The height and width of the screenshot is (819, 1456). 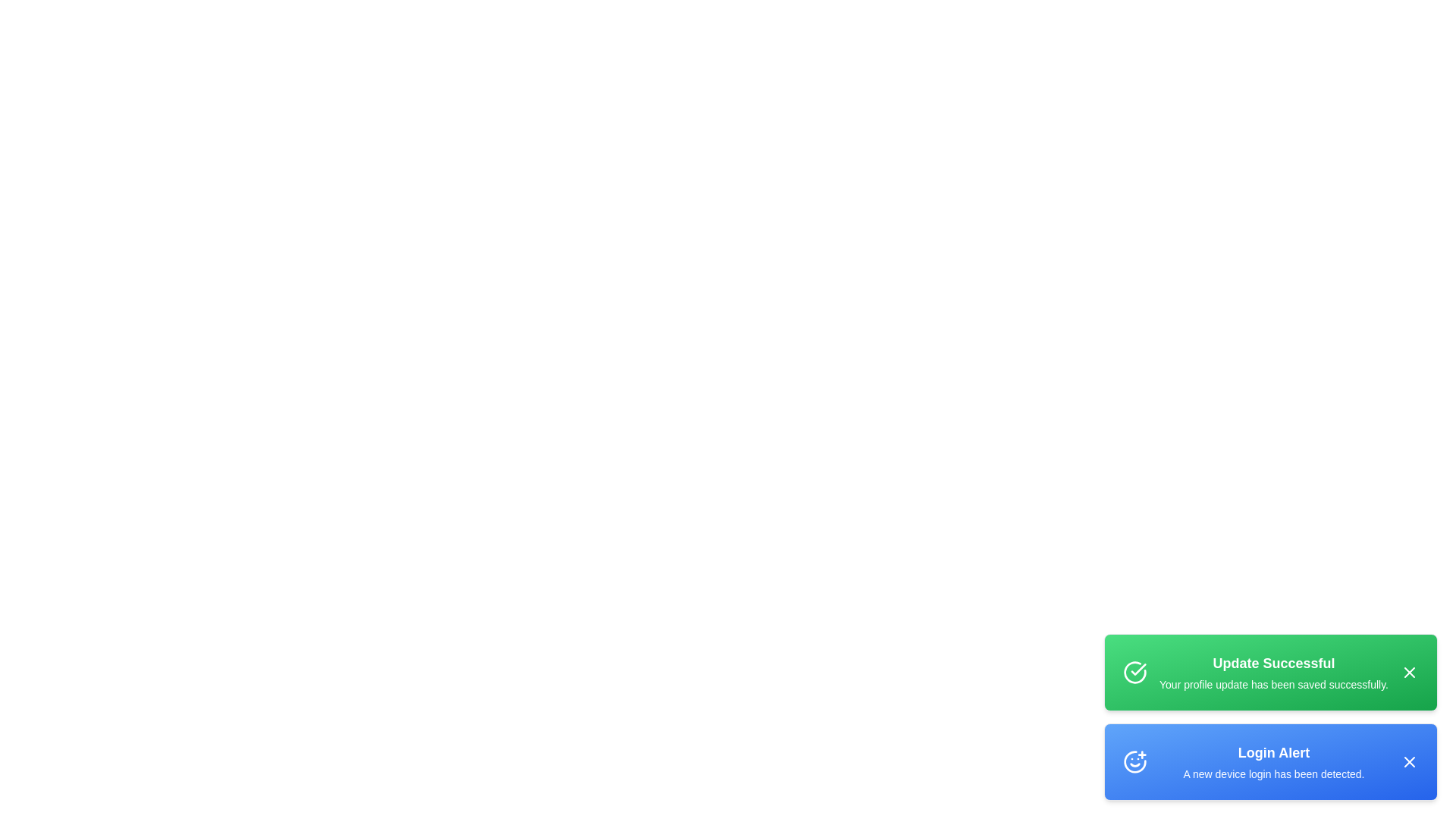 What do you see at coordinates (1270, 672) in the screenshot?
I see `the 'Update Successful' message to focus on it` at bounding box center [1270, 672].